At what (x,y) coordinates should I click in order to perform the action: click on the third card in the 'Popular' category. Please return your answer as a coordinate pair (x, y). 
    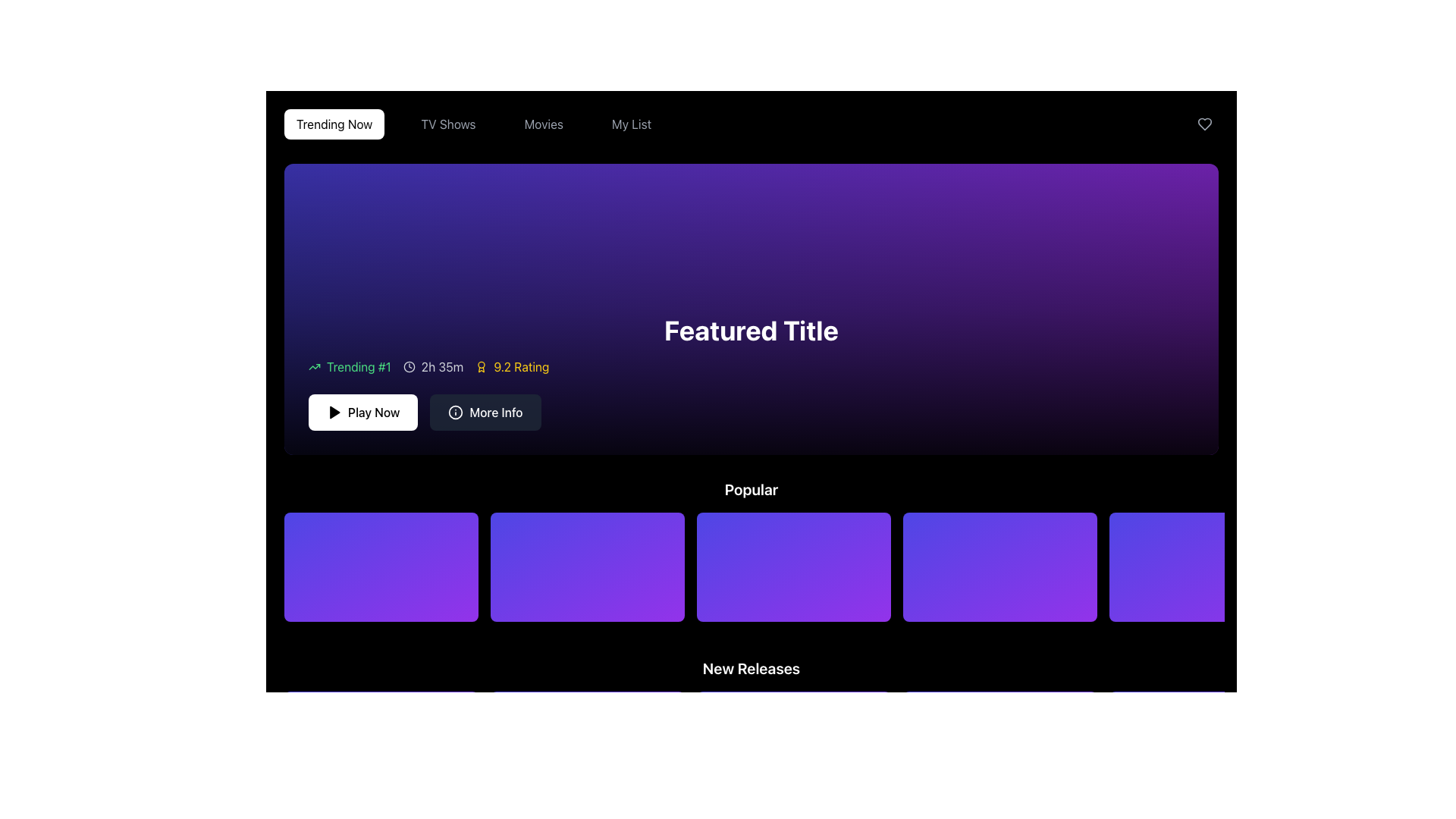
    Looking at the image, I should click on (792, 567).